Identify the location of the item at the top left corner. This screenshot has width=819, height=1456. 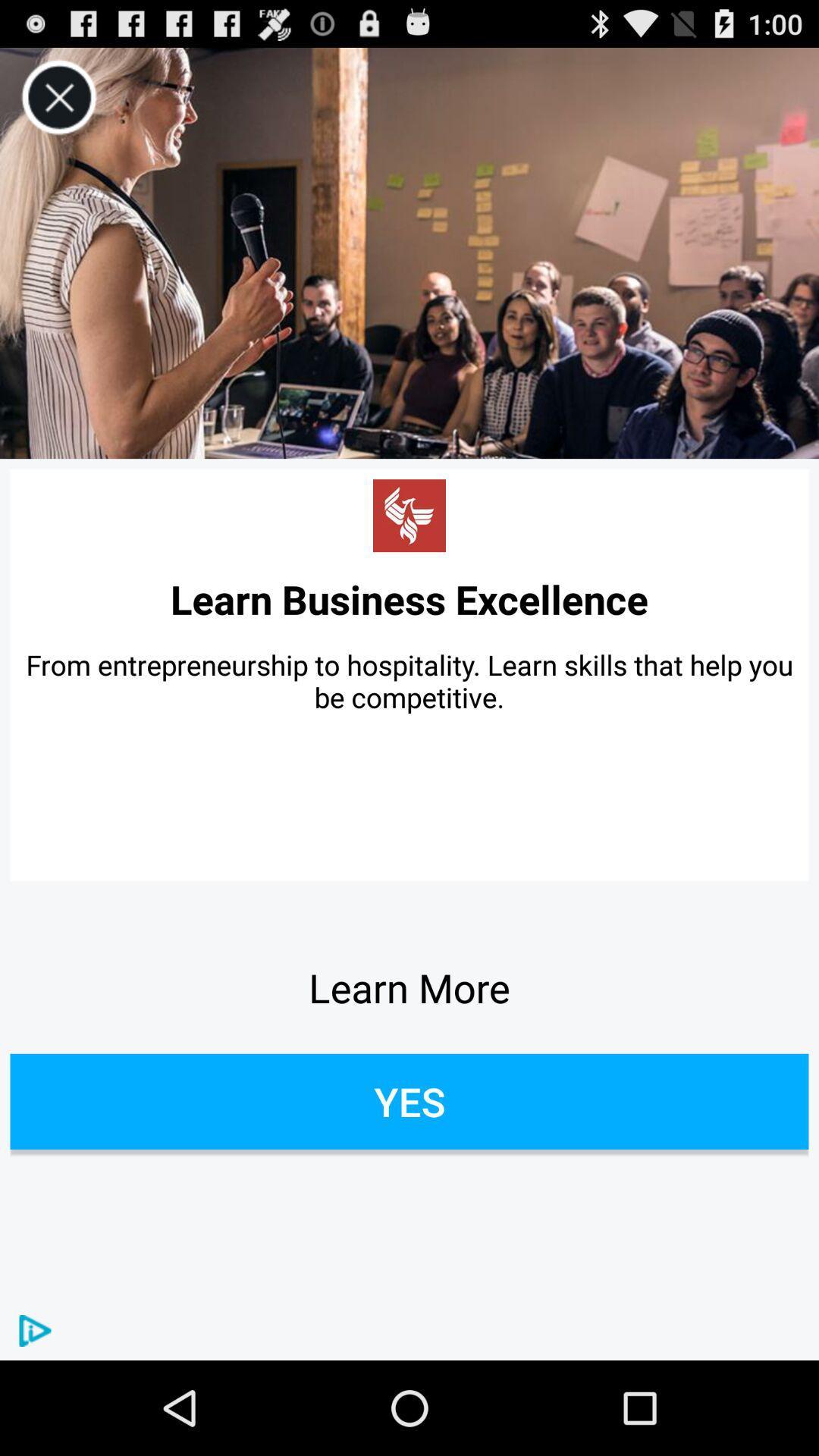
(58, 97).